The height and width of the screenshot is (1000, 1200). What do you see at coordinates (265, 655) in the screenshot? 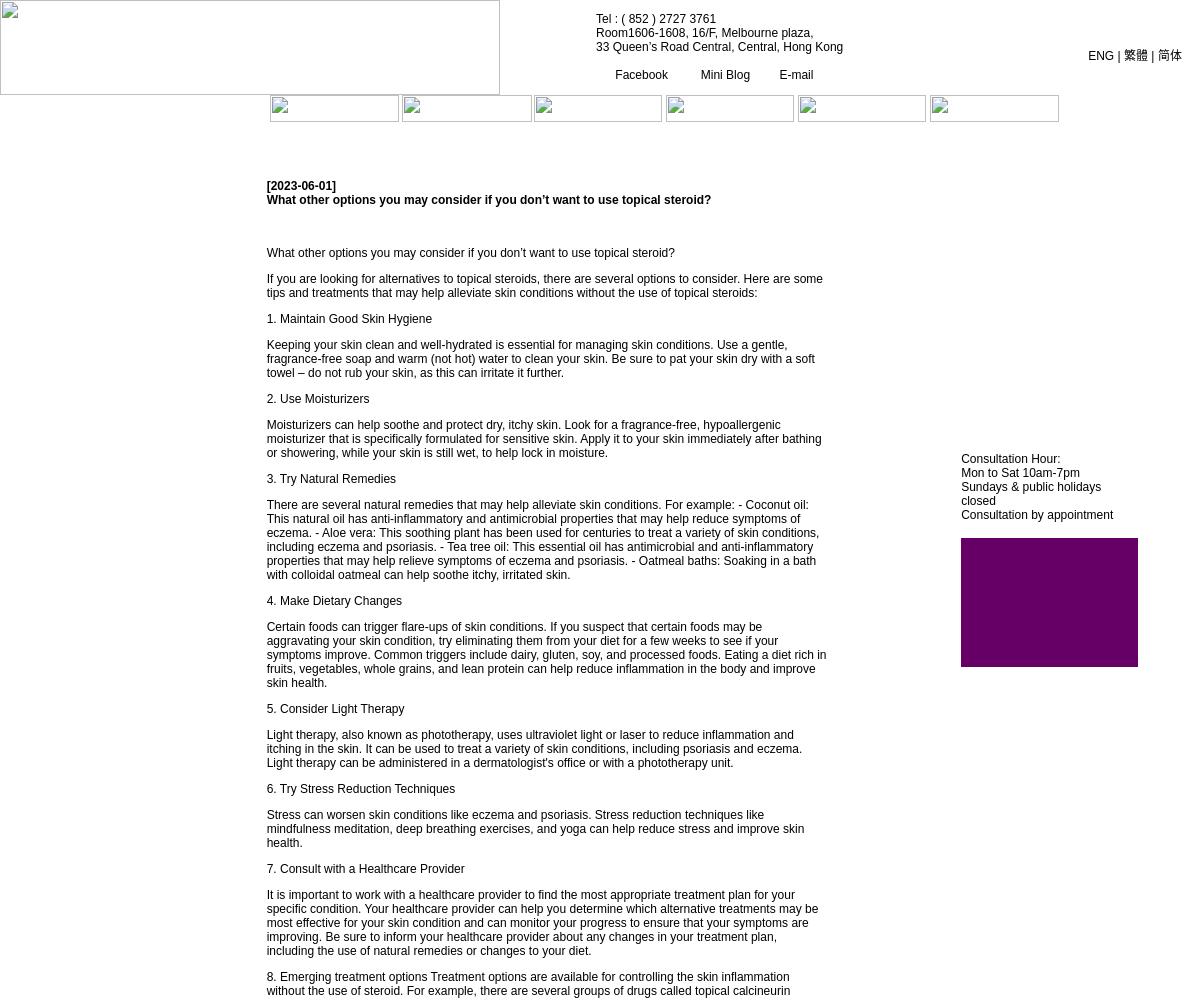
I see `'Certain foods can trigger flare-ups of skin conditions. If you suspect that certain foods may be aggravating your skin condition, try eliminating them from your diet for a few weeks to see if your symptoms improve. Common triggers include dairy, gluten, soy, and processed foods. Eating a diet rich in fruits, vegetables, whole grains, and lean protein can help reduce inflammation in the body and improve skin health.'` at bounding box center [265, 655].